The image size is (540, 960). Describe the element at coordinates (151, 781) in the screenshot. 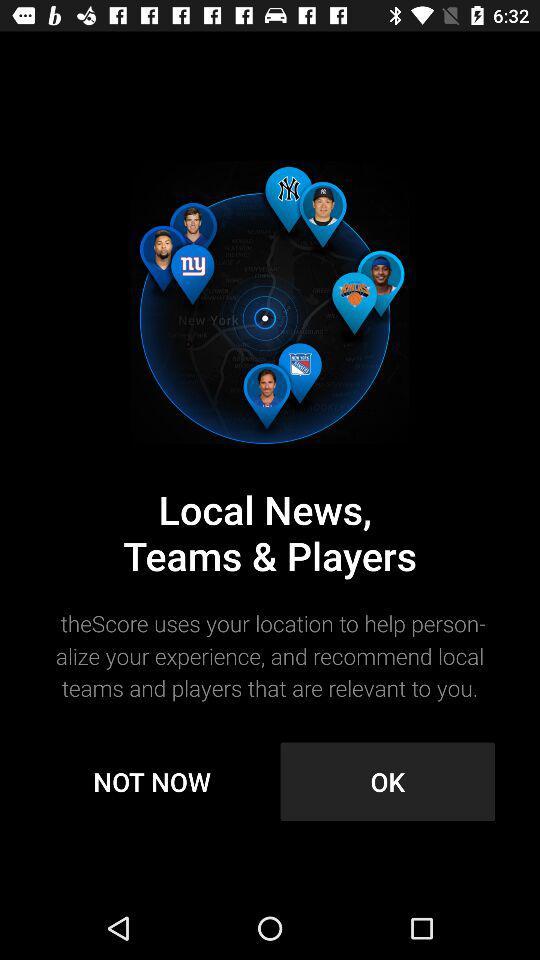

I see `the not now item` at that location.